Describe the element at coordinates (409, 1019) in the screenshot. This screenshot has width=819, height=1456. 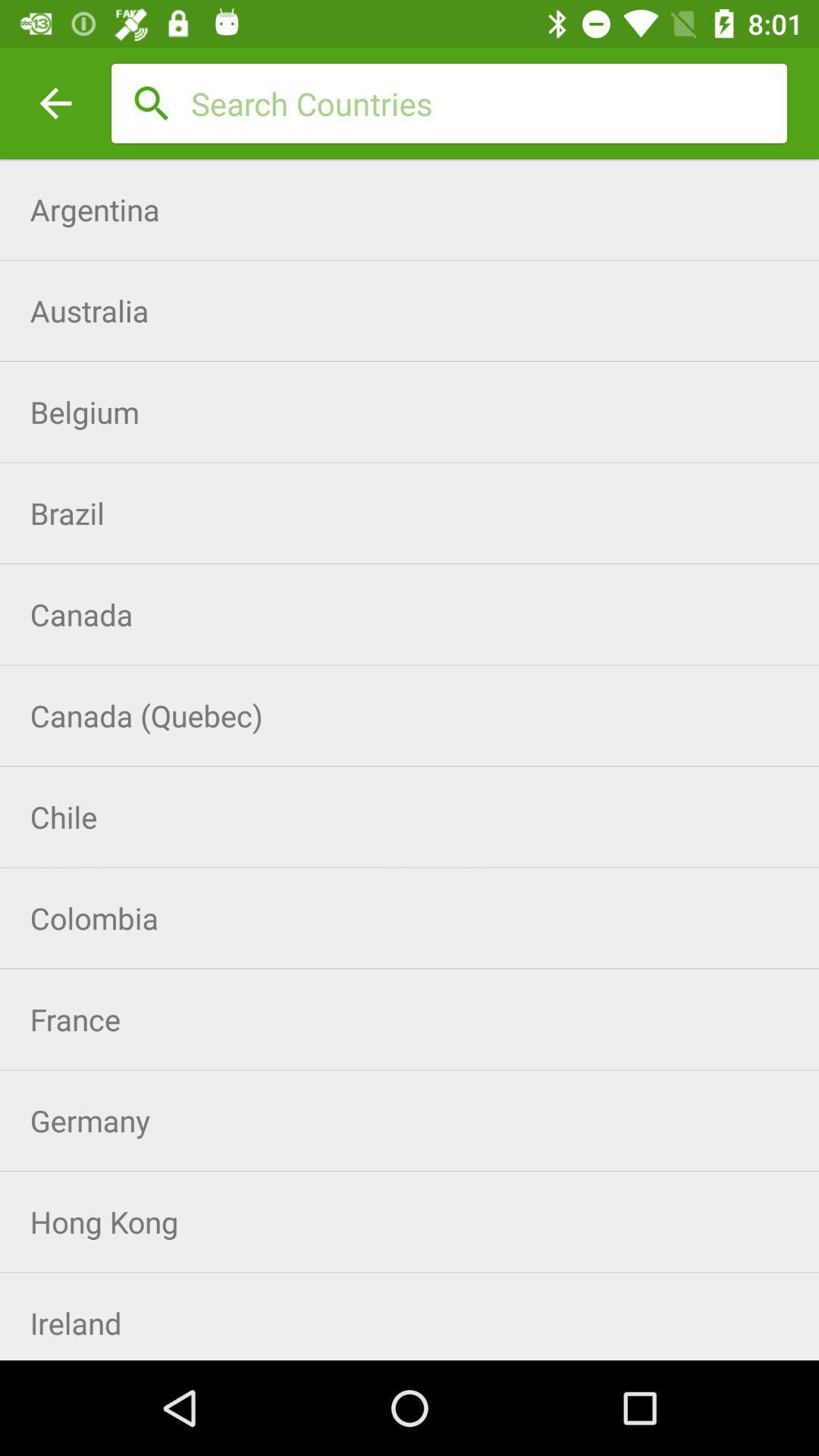
I see `france` at that location.